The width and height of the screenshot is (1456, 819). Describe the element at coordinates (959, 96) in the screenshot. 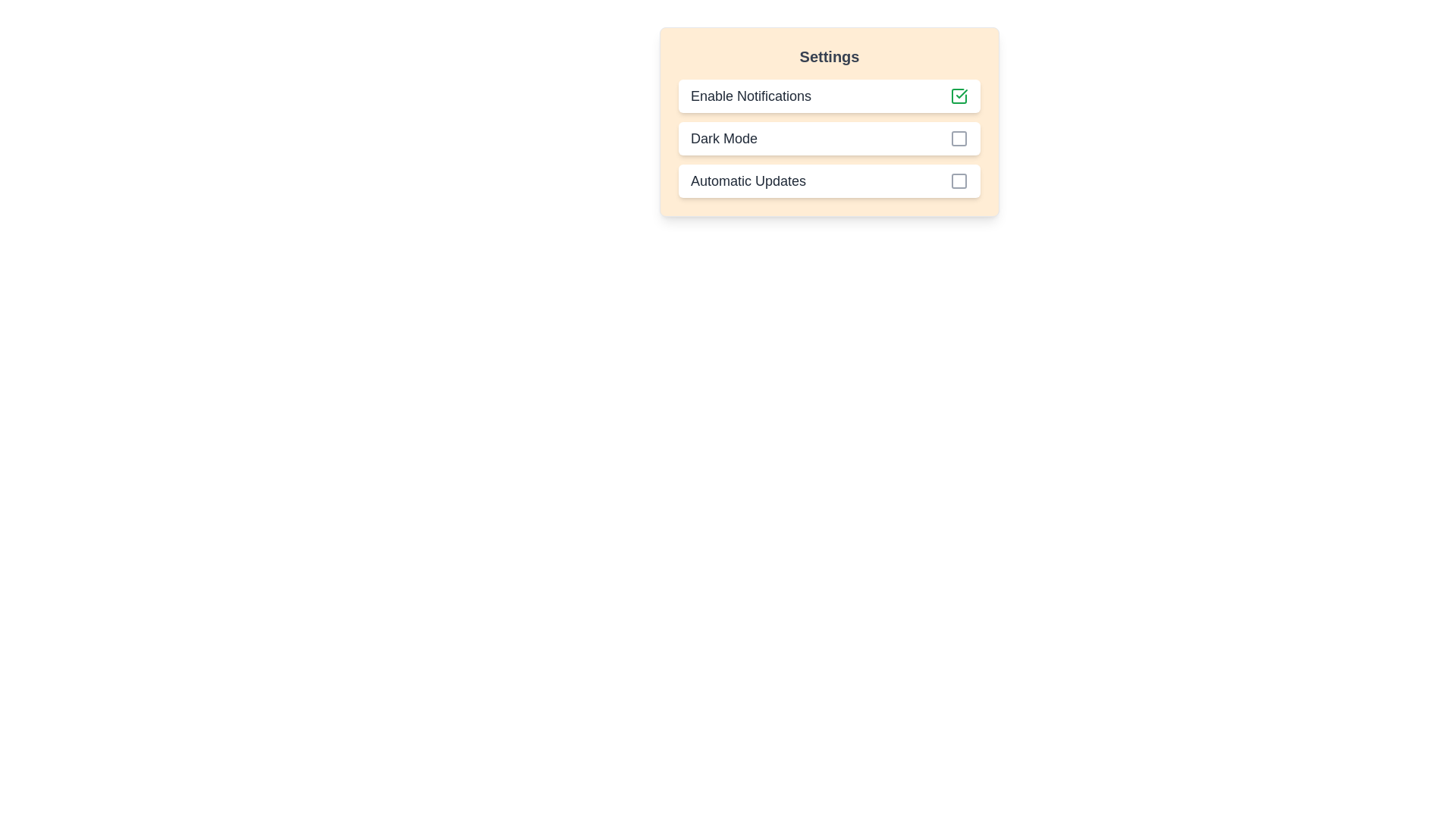

I see `the Checkbox indicator for 'Enable Notifications' by clicking on it, which is represented by a green check-mark icon within a square outline, indicating its selected state` at that location.